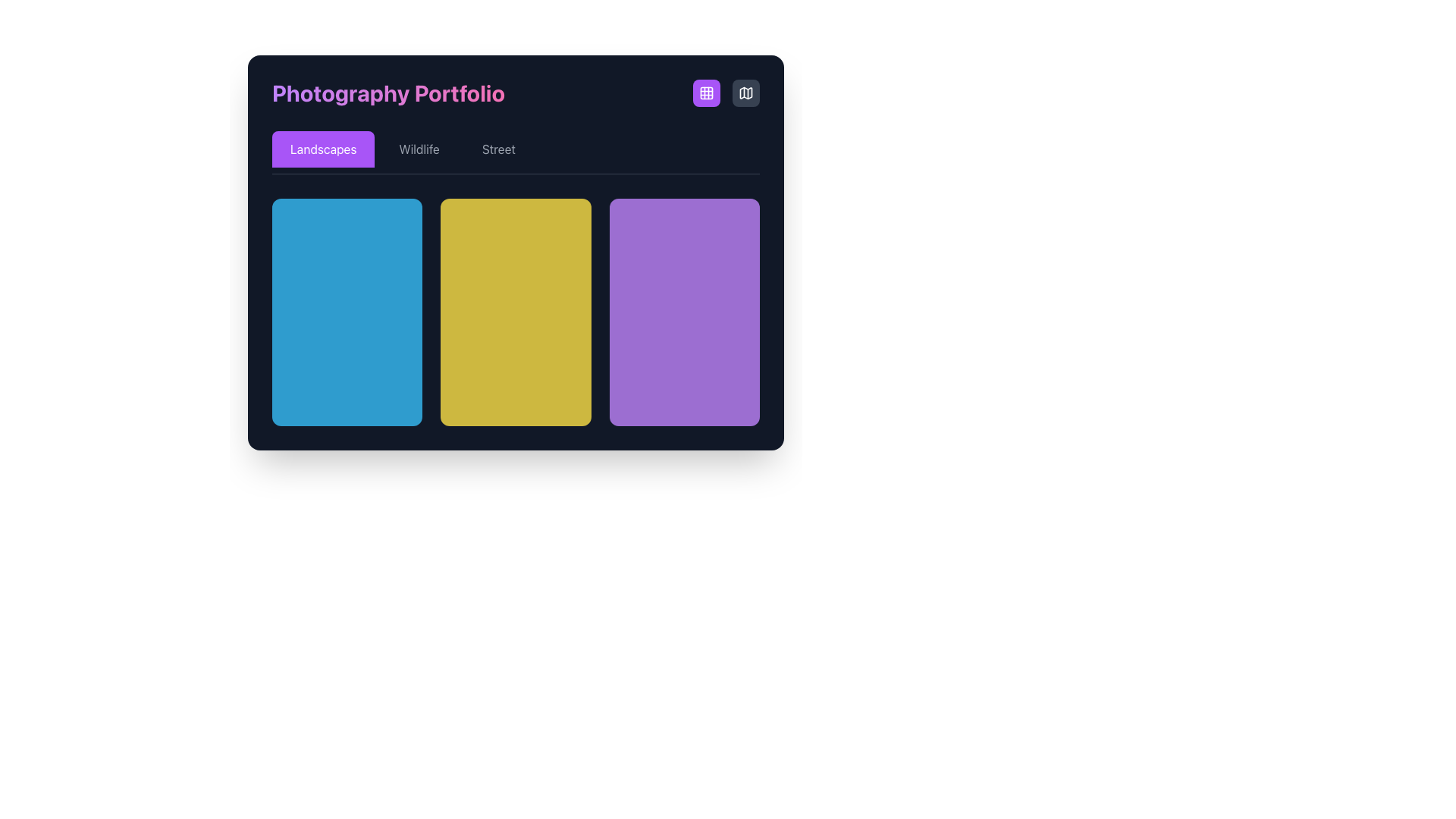 The width and height of the screenshot is (1456, 819). I want to click on the 'Street' button, which is the third navigation tab used to filter content related to 'Street', so click(498, 149).